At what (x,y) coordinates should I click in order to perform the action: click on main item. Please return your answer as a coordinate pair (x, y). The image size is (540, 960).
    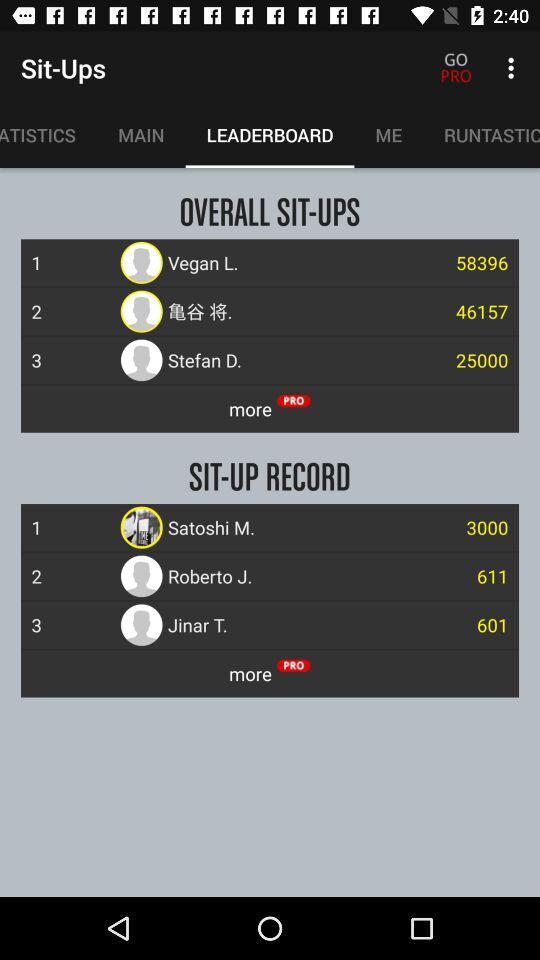
    Looking at the image, I should click on (140, 134).